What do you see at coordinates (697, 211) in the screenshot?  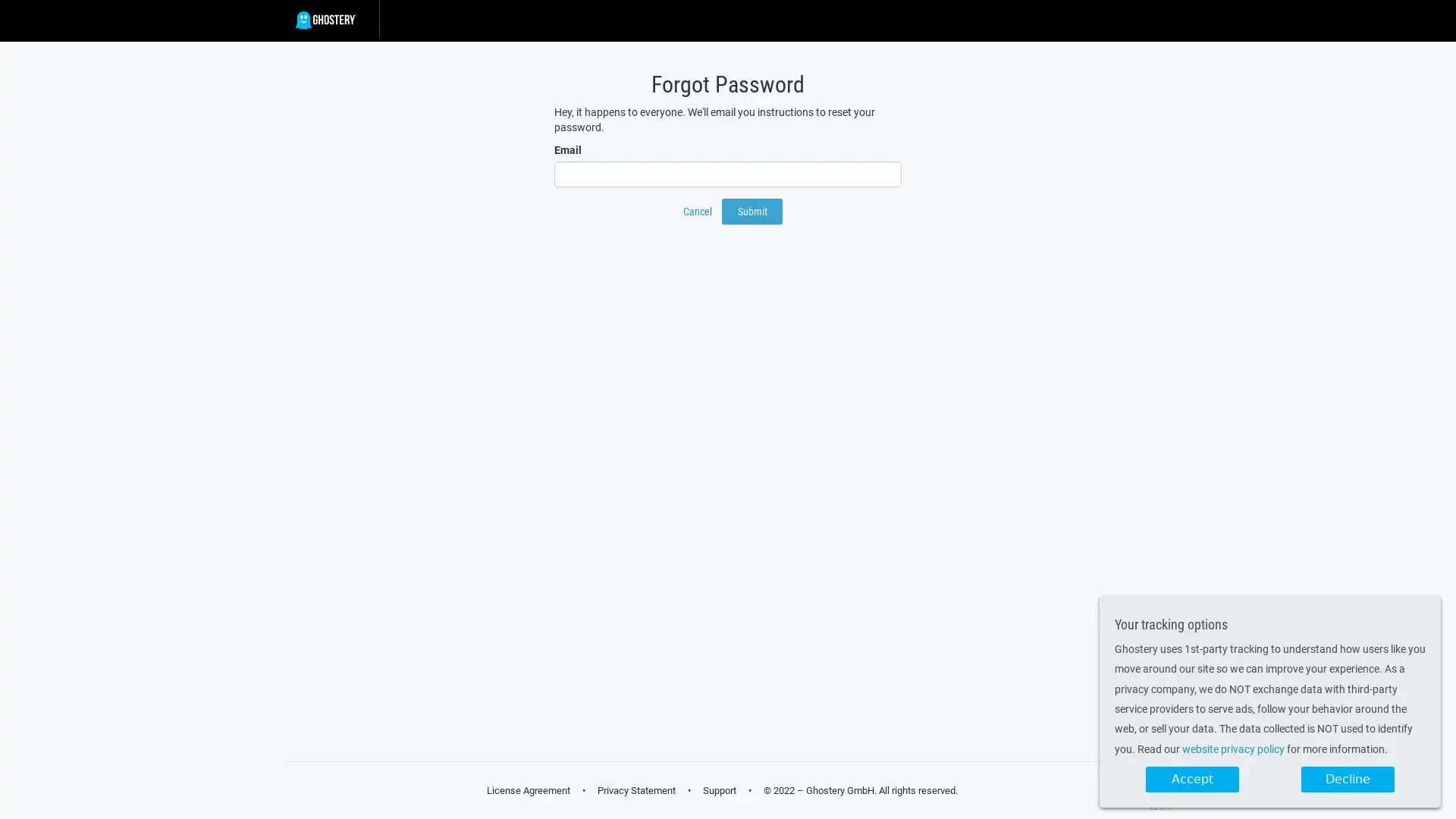 I see `Cancel` at bounding box center [697, 211].